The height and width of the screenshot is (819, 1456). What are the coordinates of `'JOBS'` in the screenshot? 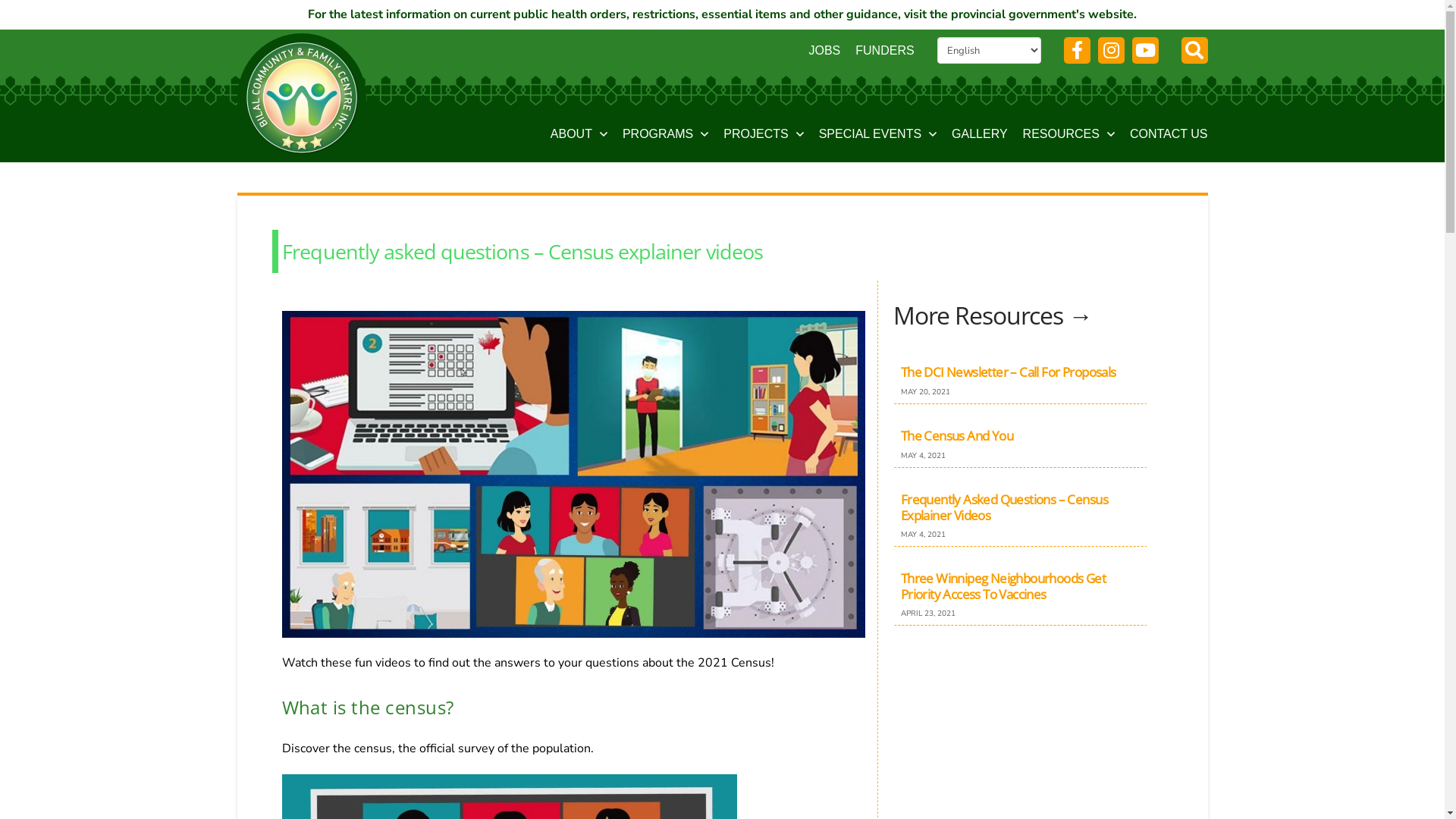 It's located at (823, 49).